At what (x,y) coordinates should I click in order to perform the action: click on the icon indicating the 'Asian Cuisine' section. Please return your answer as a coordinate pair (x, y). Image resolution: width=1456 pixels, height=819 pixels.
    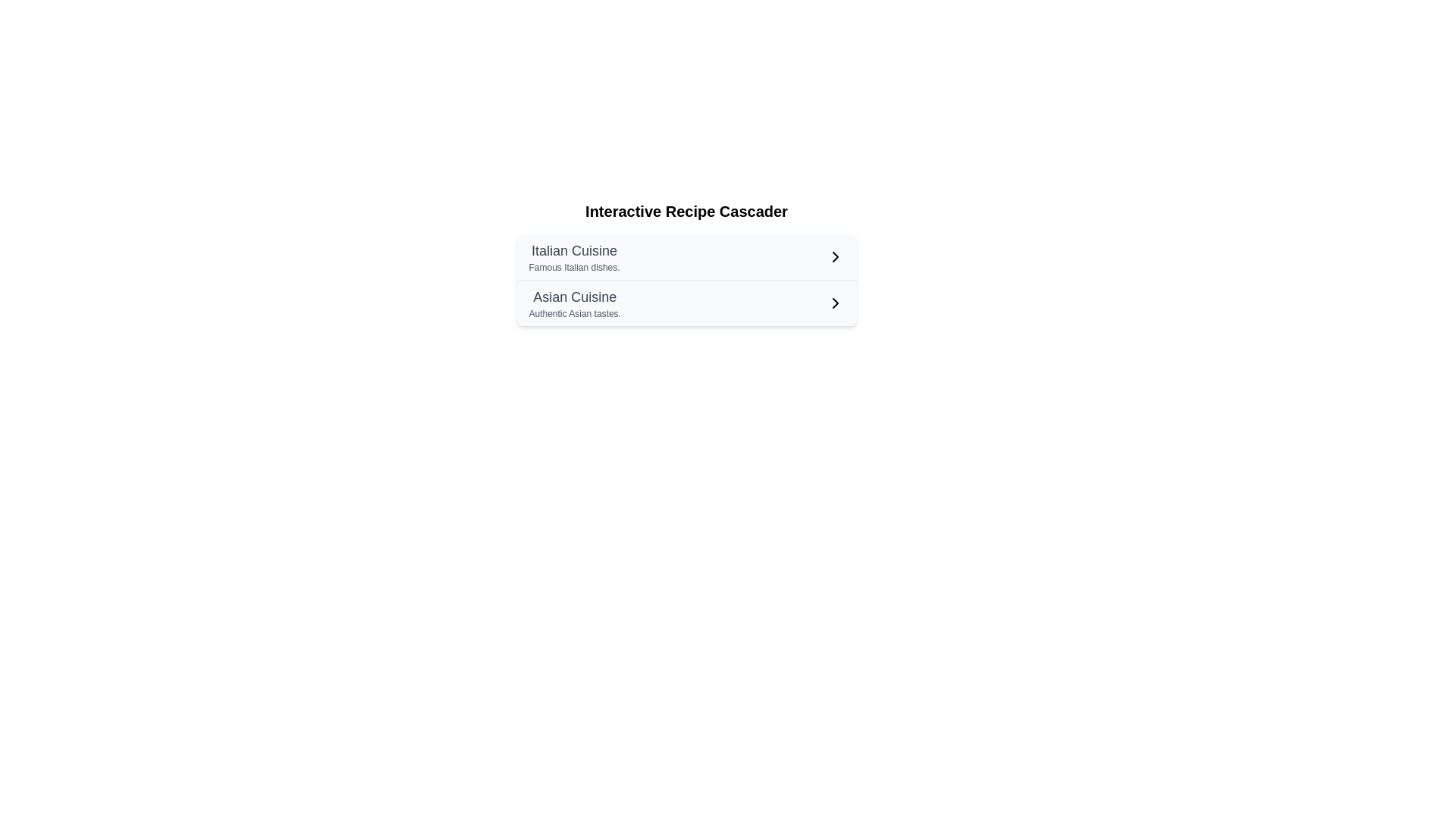
    Looking at the image, I should click on (834, 303).